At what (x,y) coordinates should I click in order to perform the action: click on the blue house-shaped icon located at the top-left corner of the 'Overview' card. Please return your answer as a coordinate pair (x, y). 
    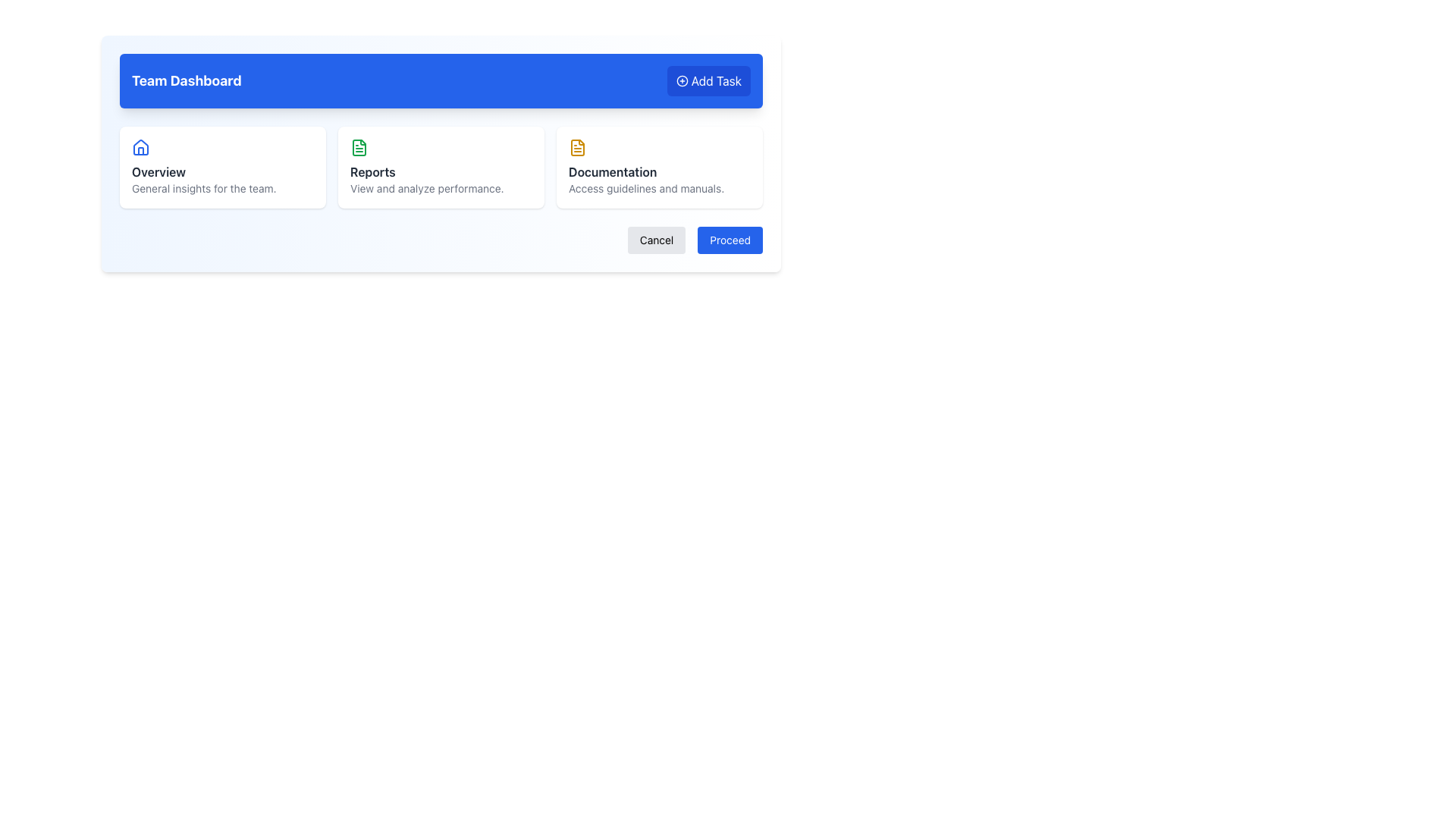
    Looking at the image, I should click on (141, 148).